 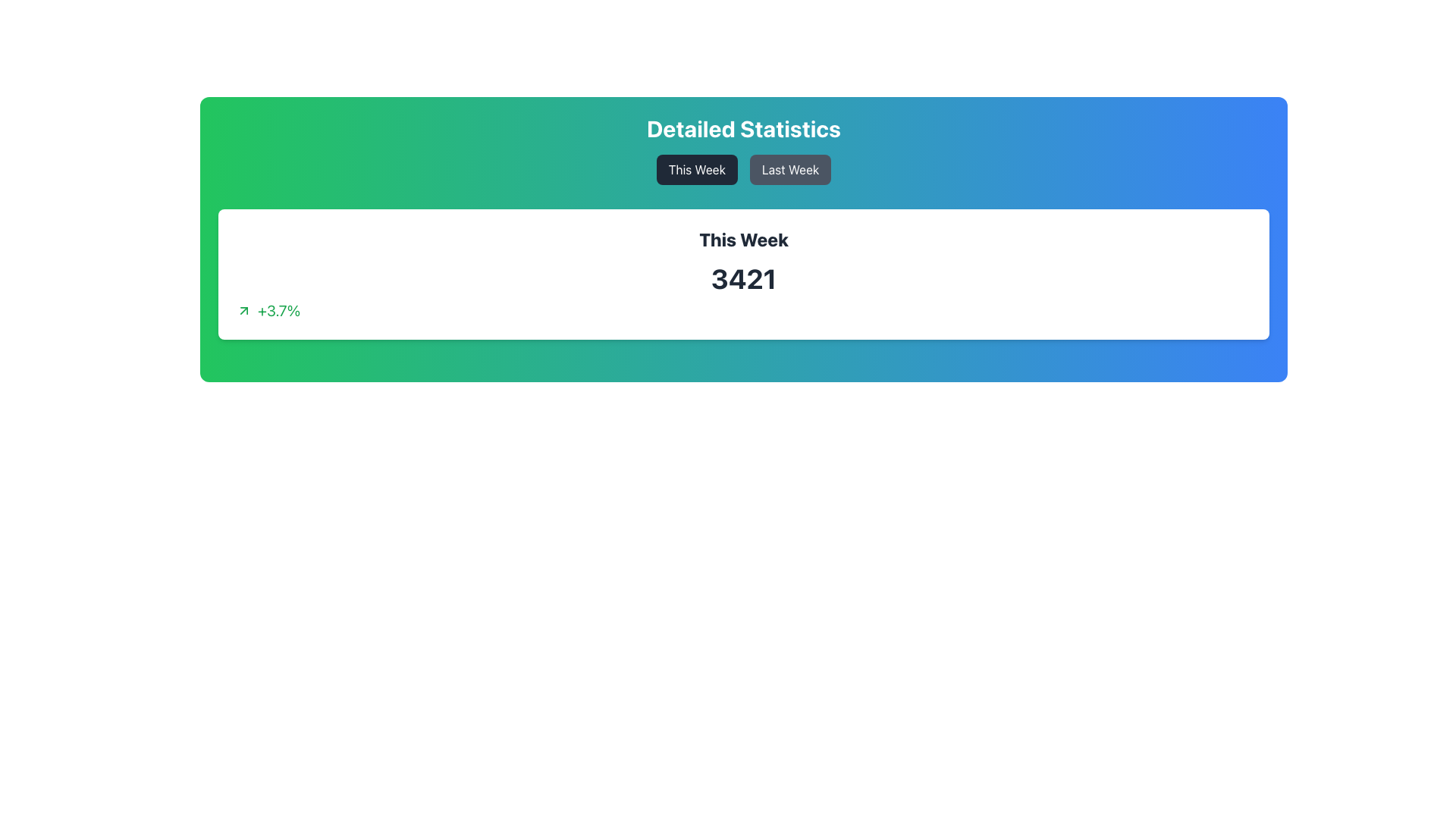 What do you see at coordinates (696, 169) in the screenshot?
I see `the first button in the horizontal list that filters the displayed data` at bounding box center [696, 169].